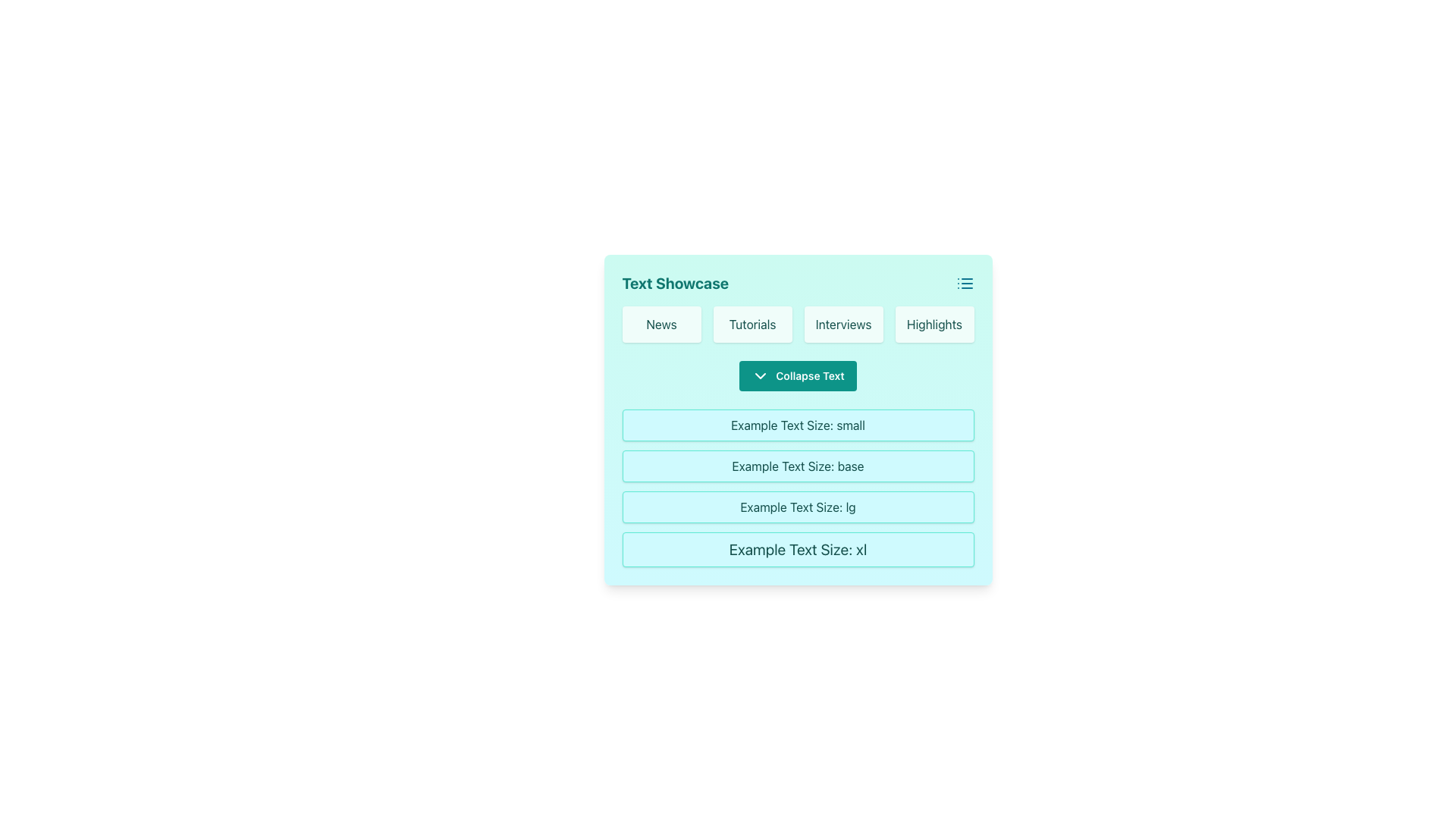 This screenshot has height=819, width=1456. What do you see at coordinates (752, 324) in the screenshot?
I see `the 'Tutorials' button, which is the second button in a row of four, located between the 'News' button on the left and the 'Interviews' button on the right, to trigger hover effects` at bounding box center [752, 324].